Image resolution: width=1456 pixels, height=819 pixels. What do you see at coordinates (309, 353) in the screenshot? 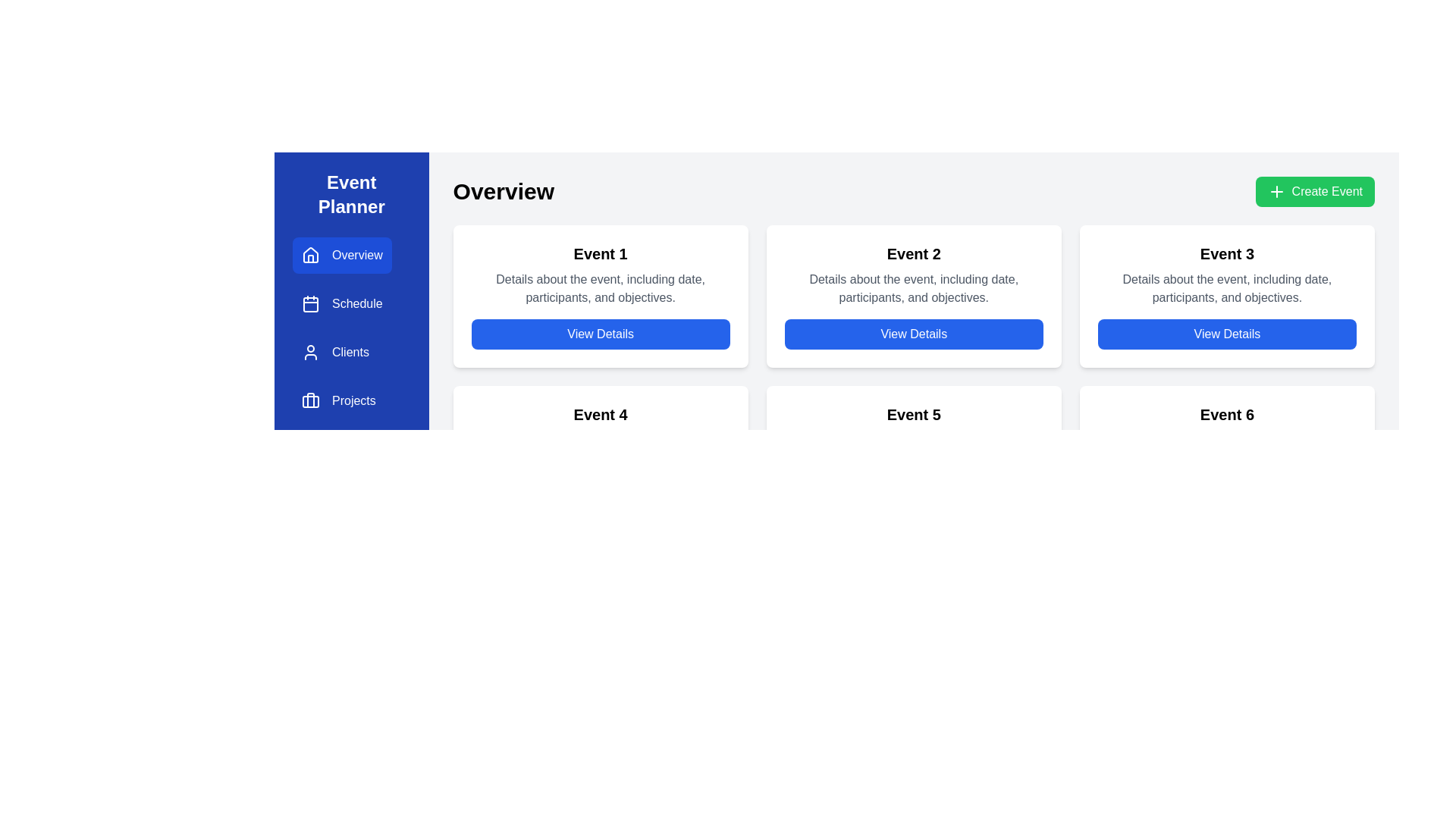
I see `the 'Clients' icon located on the vertical navigation sidebar to the left, next to the text 'Clients'` at bounding box center [309, 353].